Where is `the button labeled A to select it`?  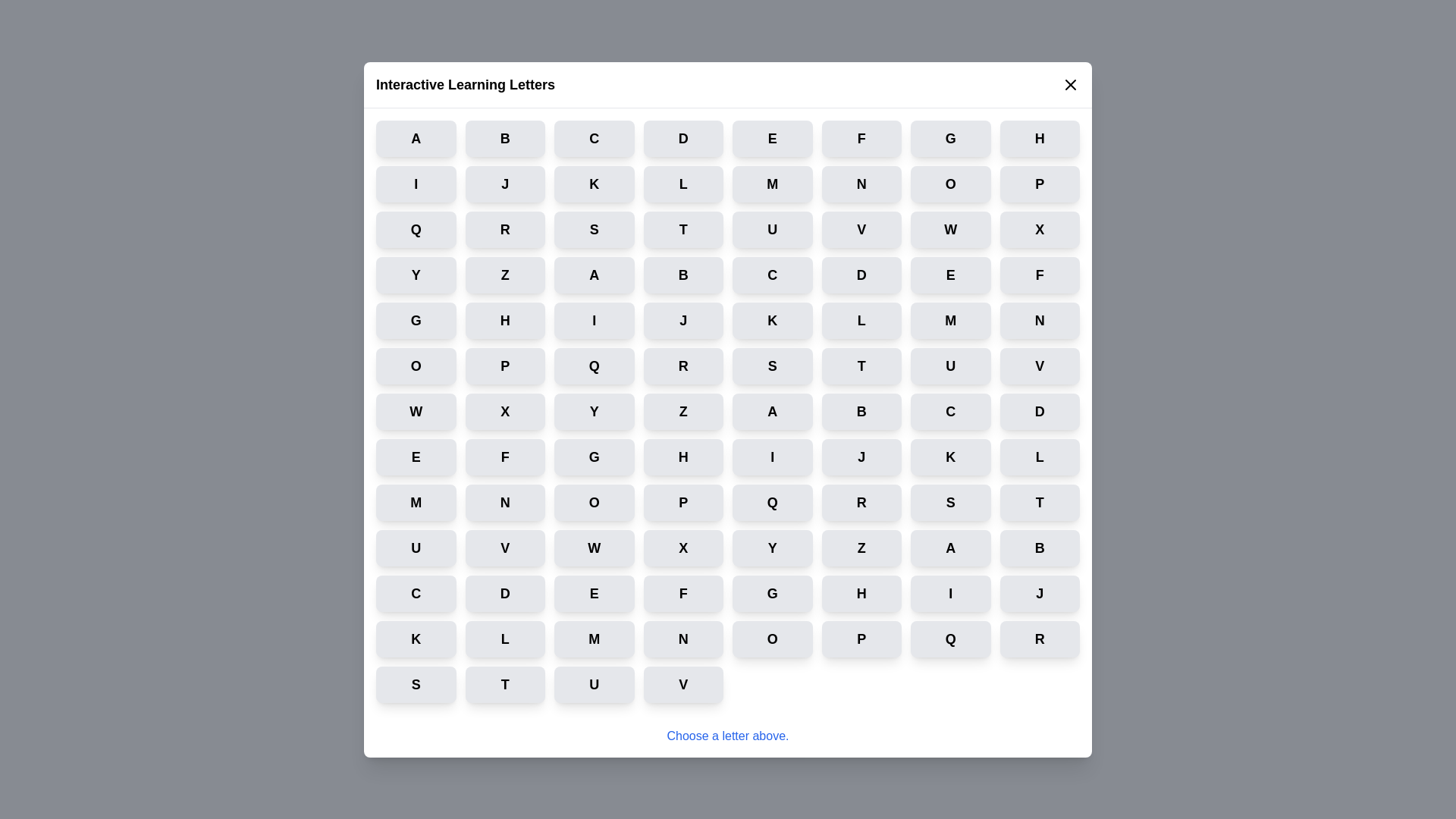 the button labeled A to select it is located at coordinates (416, 138).